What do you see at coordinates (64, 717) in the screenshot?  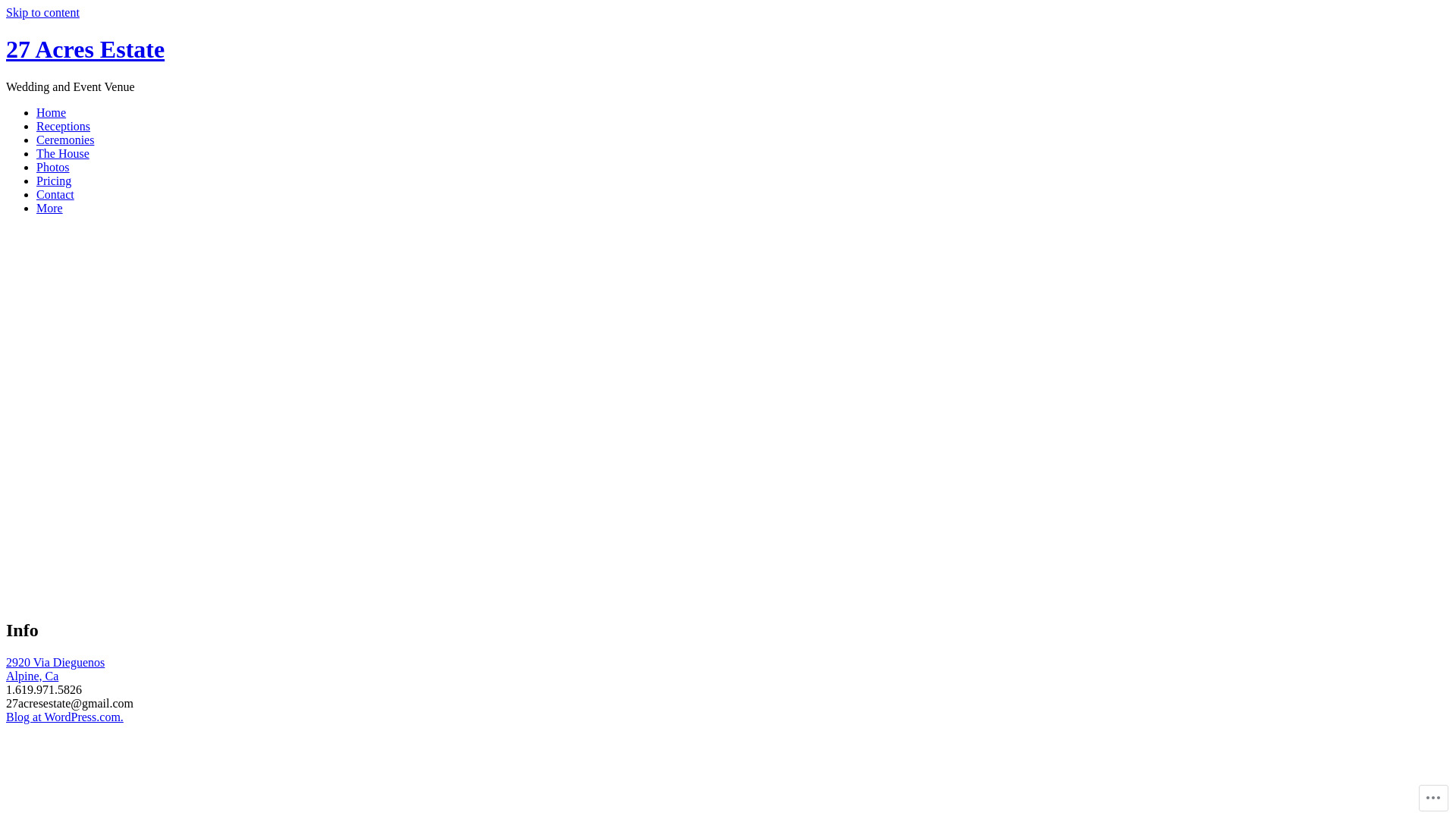 I see `'Blog at WordPress.com.'` at bounding box center [64, 717].